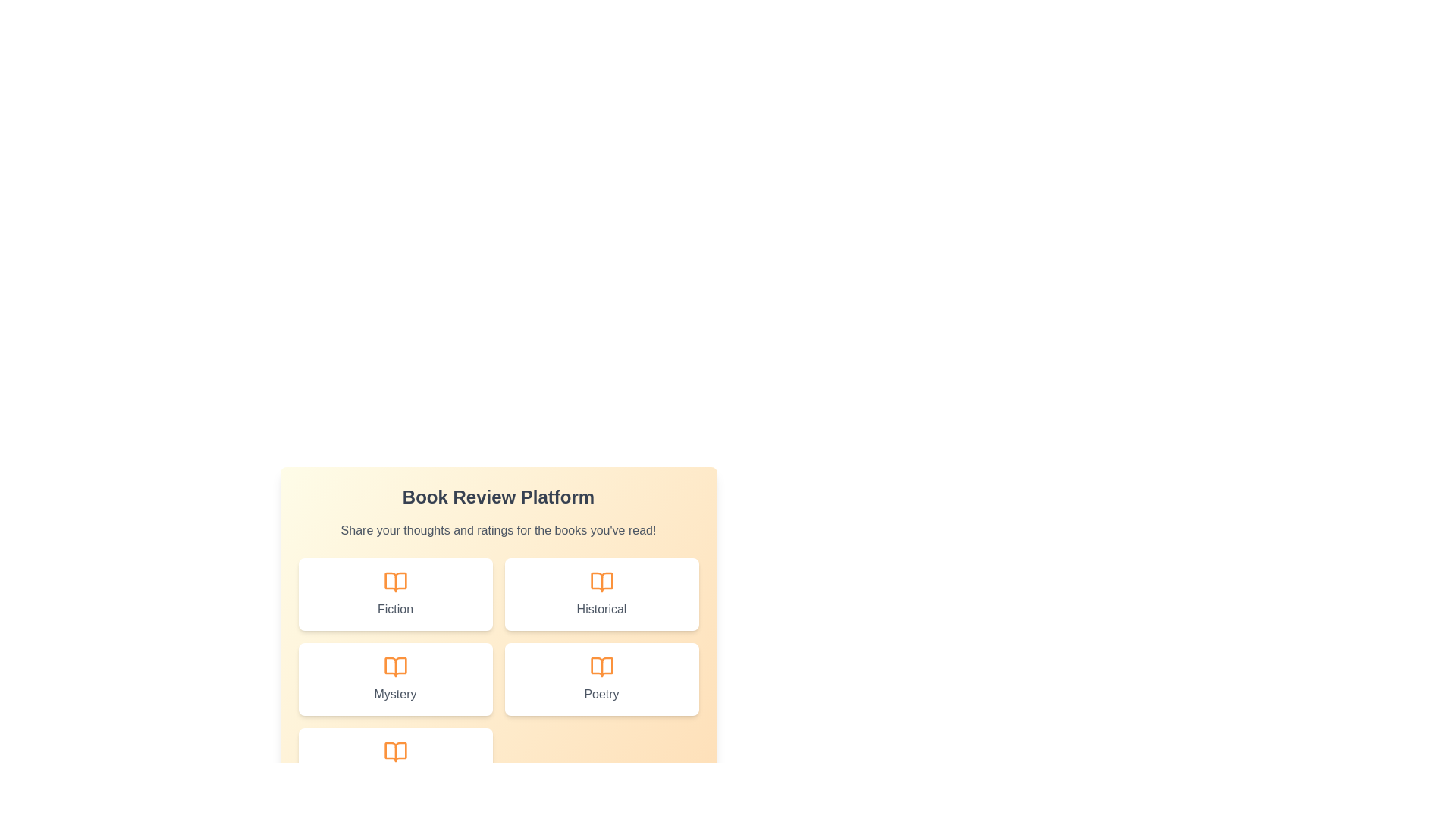 Image resolution: width=1456 pixels, height=819 pixels. I want to click on the informational prompt encouraging users to share their thoughts and ratings for books they have read, located below the 'Book Review Platform' header, so click(498, 529).